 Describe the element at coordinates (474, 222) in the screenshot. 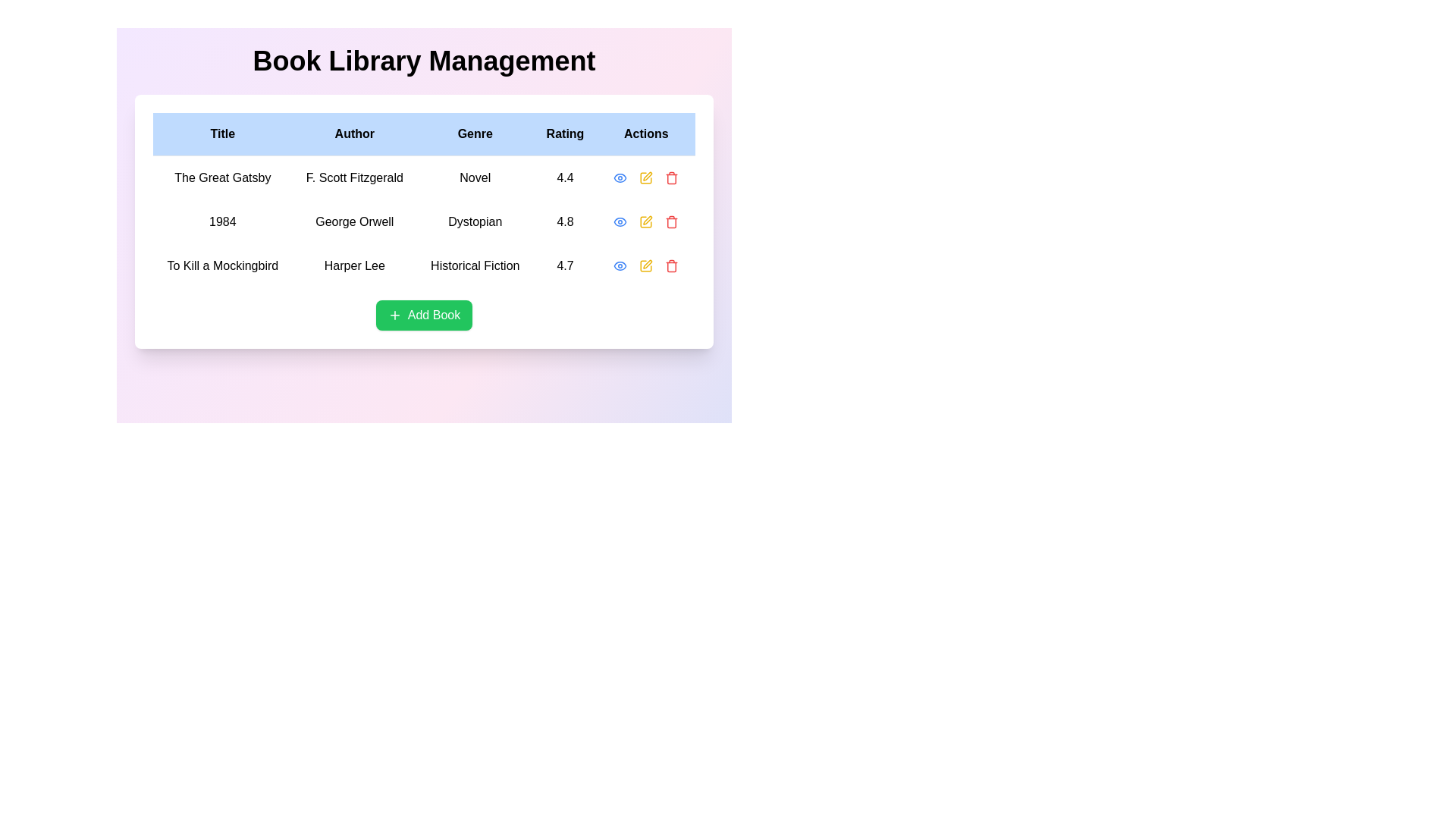

I see `text label displaying the genre of the book '1984' located in the third column of the second row under the 'Genre' column` at that location.